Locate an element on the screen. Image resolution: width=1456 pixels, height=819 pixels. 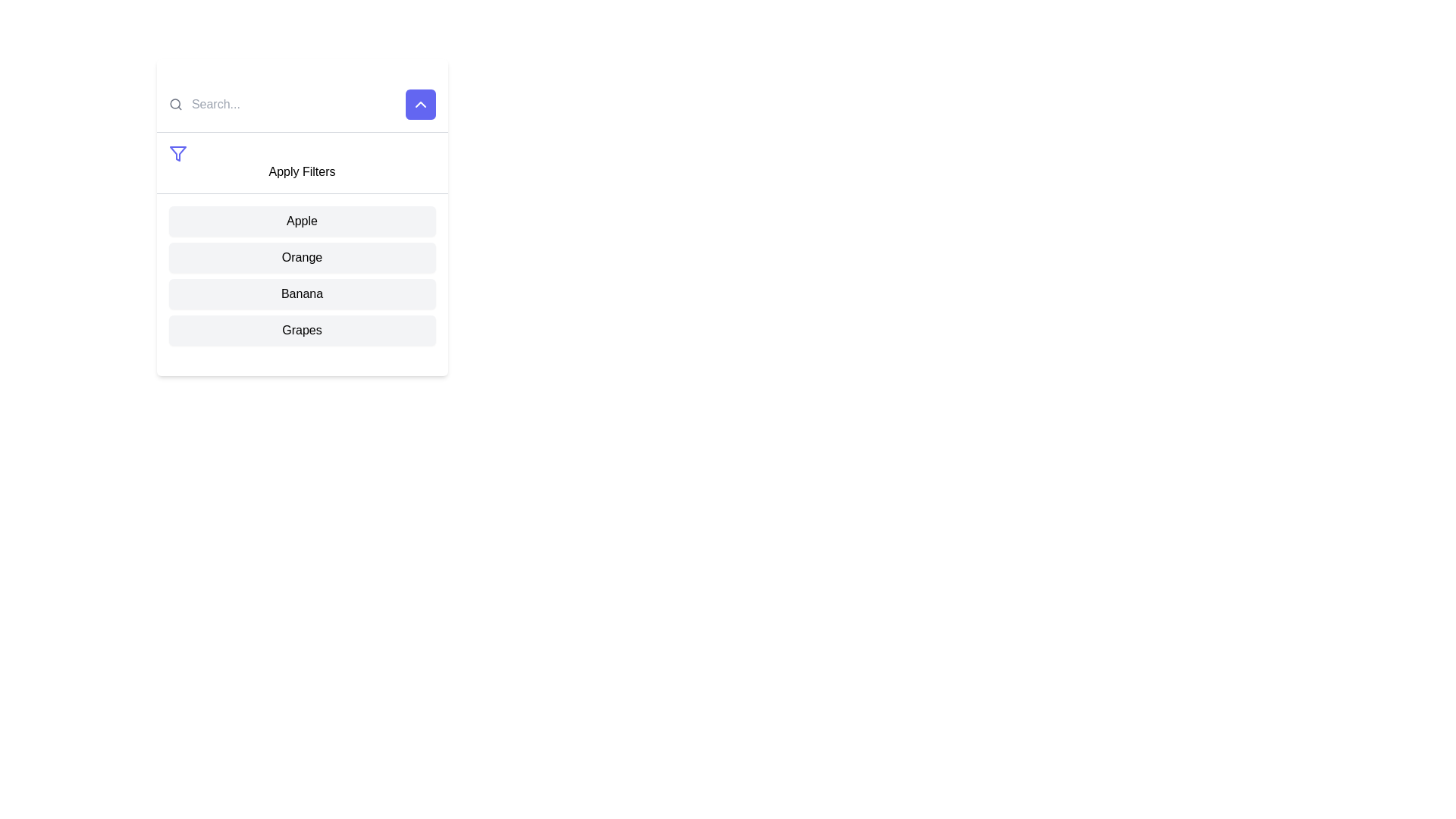
the filtering Icon located in the upper left of the 'Apply Filters' section, symbolizing its functionality is located at coordinates (177, 154).